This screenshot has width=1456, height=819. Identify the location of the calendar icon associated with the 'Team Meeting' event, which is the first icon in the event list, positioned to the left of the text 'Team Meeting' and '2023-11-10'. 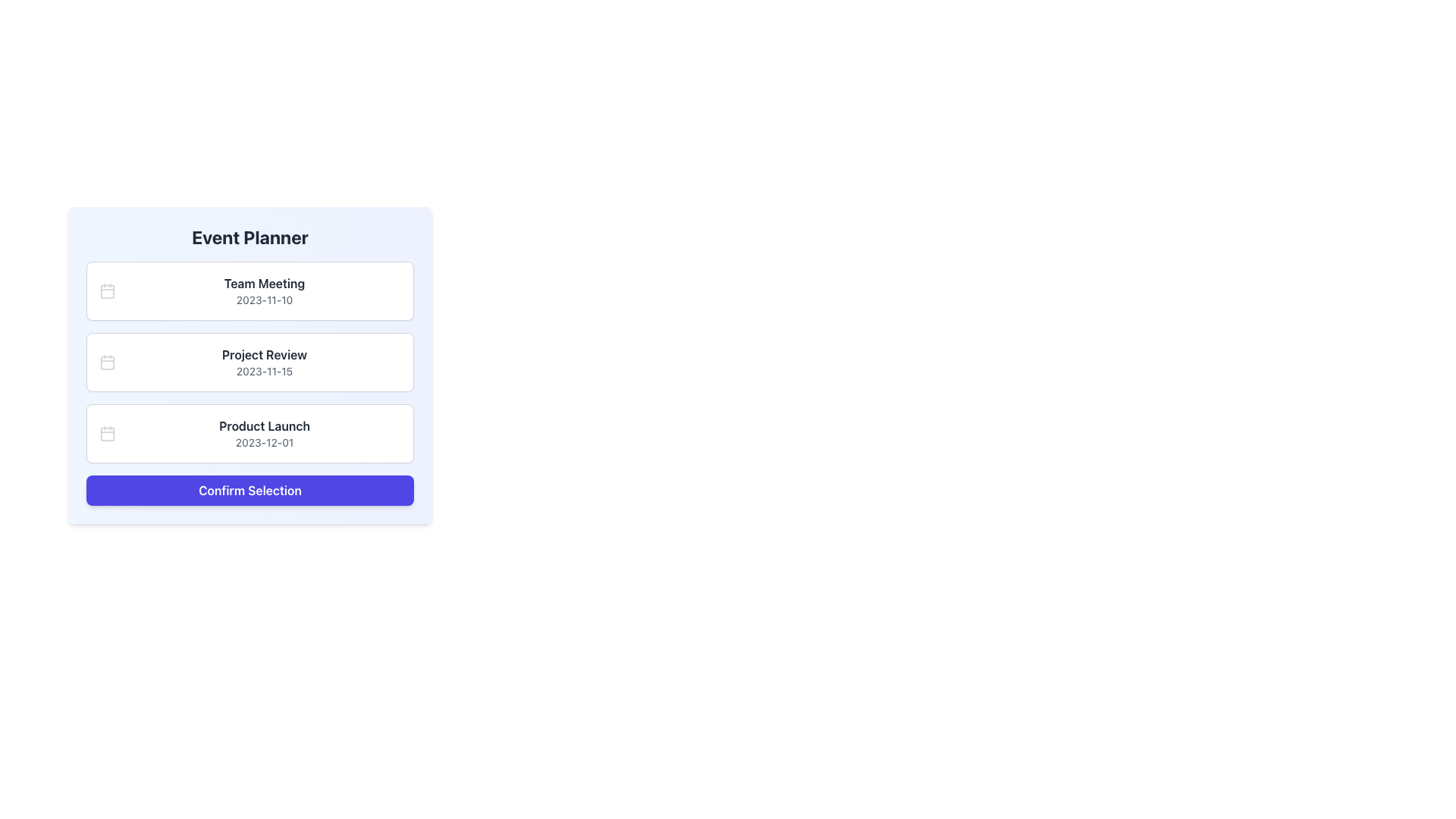
(107, 291).